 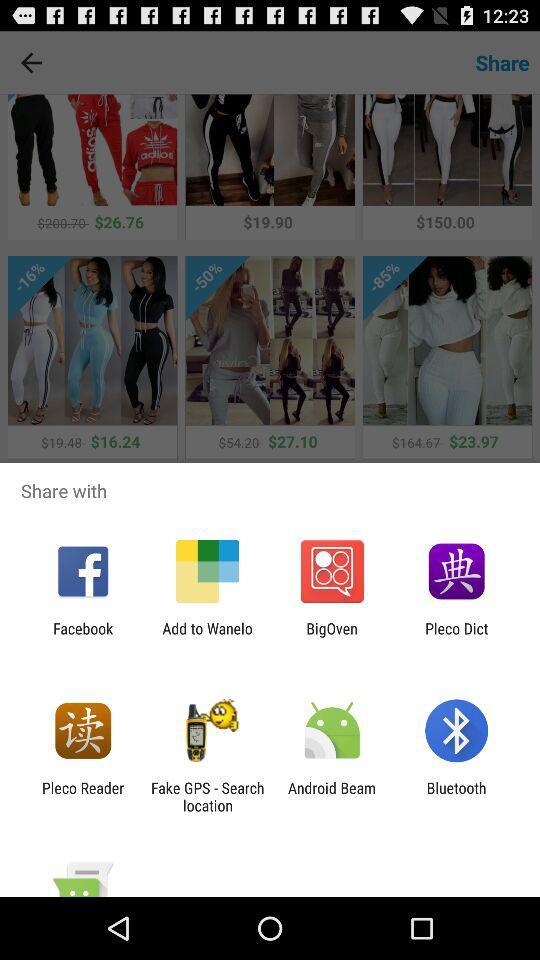 I want to click on item next to add to wanelo app, so click(x=82, y=636).